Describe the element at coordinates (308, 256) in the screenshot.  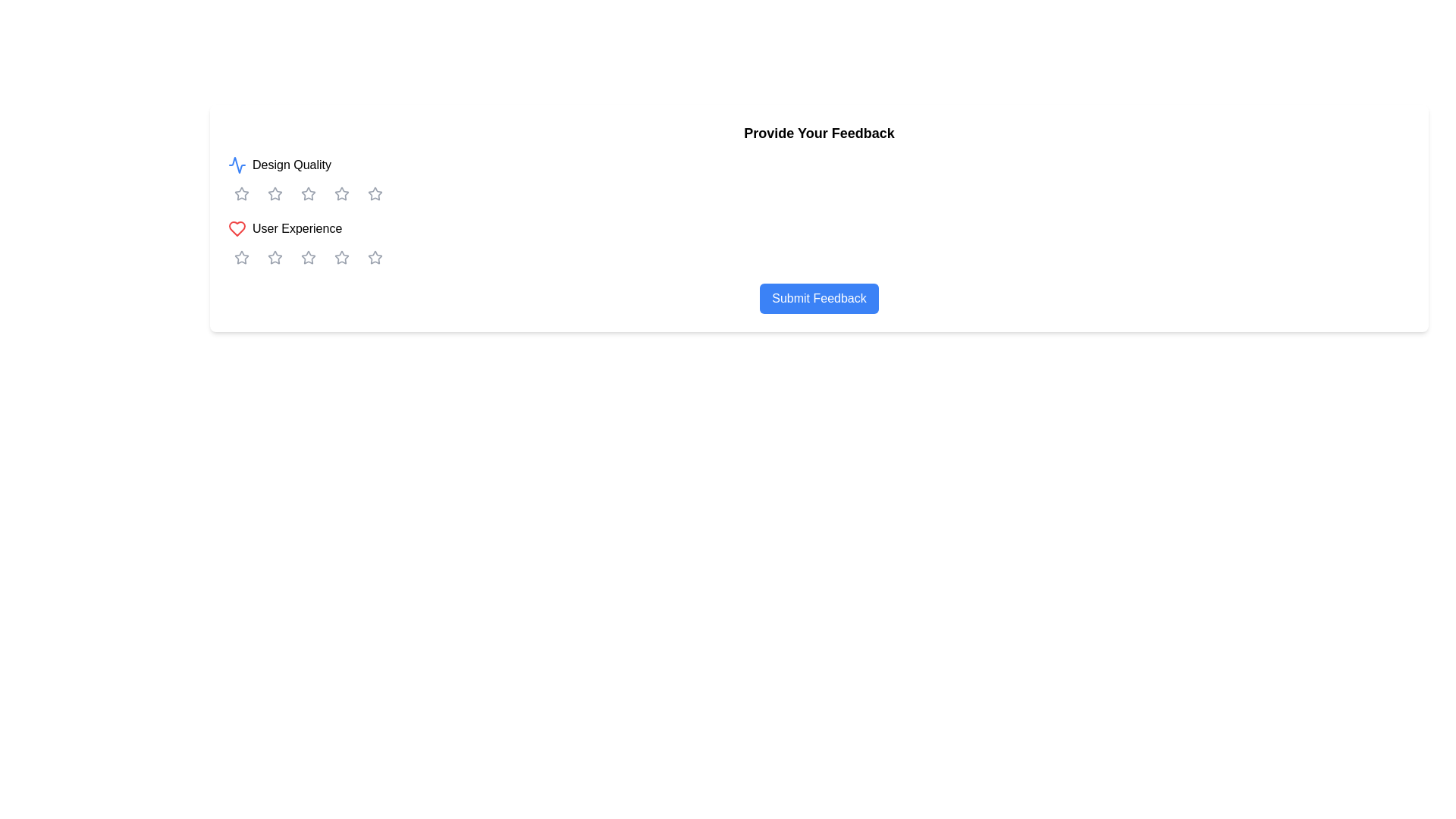
I see `the highlighted star icon in the second row, third from the left, under the 'User Experience' label` at that location.